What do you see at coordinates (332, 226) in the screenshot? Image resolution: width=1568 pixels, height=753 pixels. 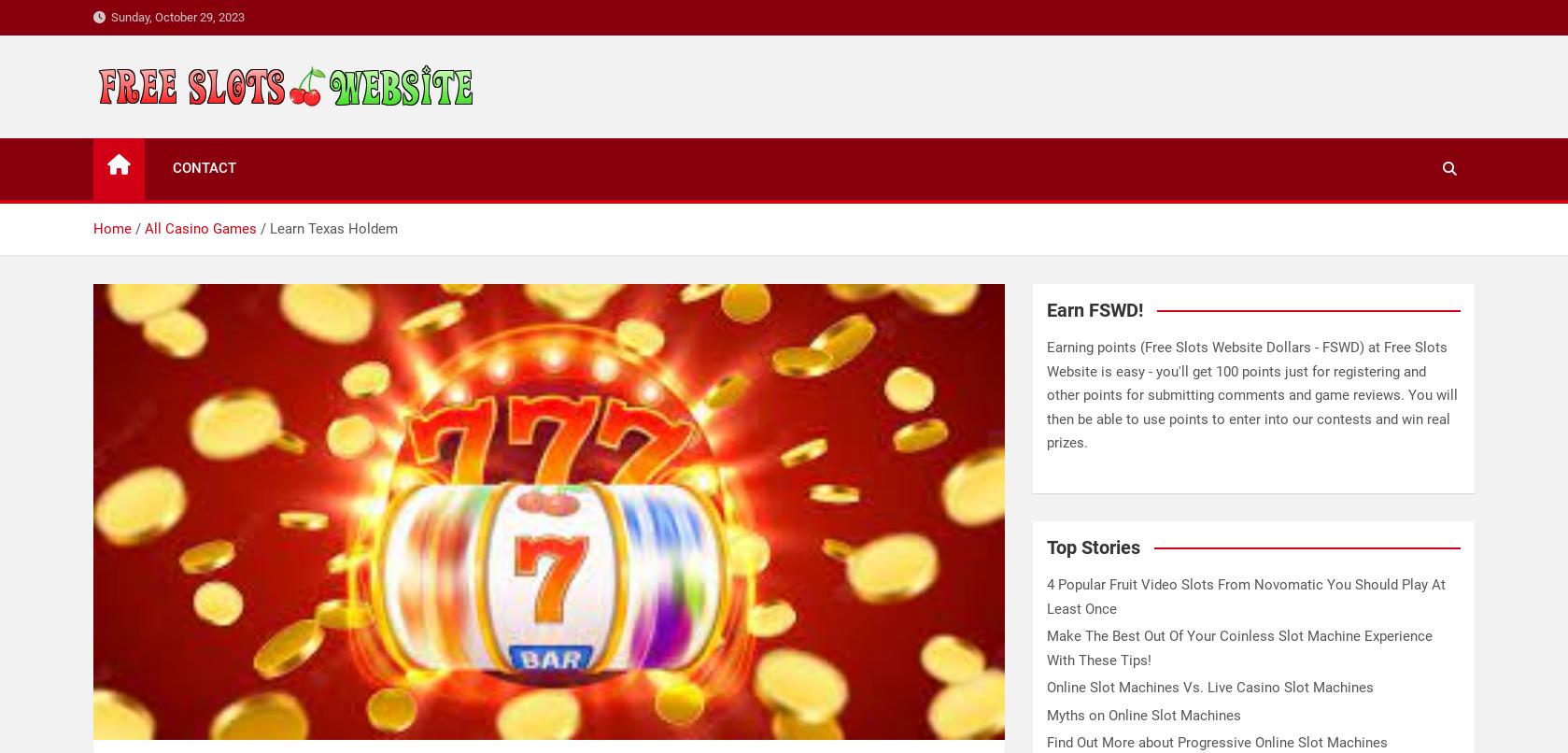 I see `'Learn Texas Holdem'` at bounding box center [332, 226].